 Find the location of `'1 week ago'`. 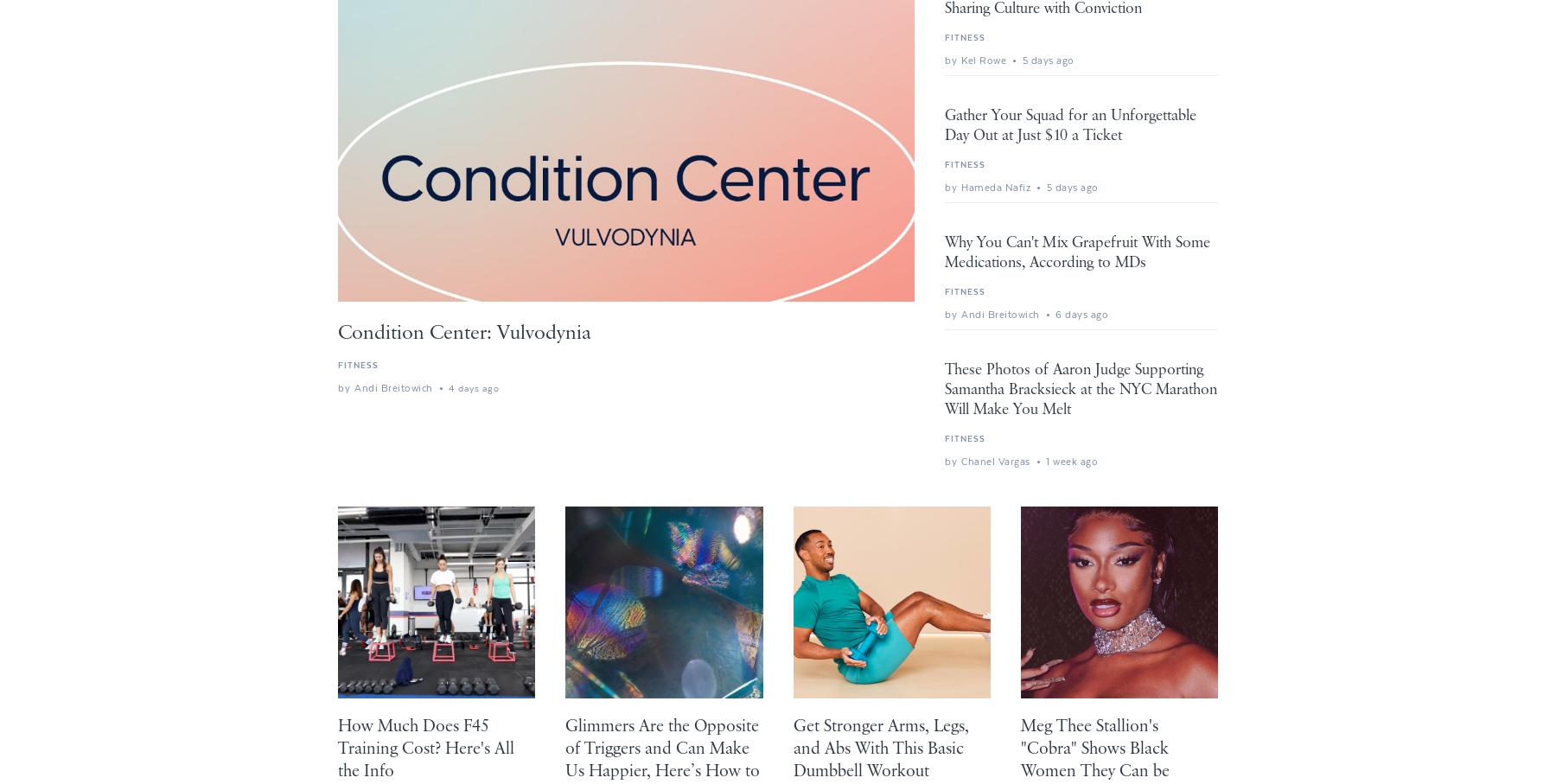

'1 week ago' is located at coordinates (1072, 461).